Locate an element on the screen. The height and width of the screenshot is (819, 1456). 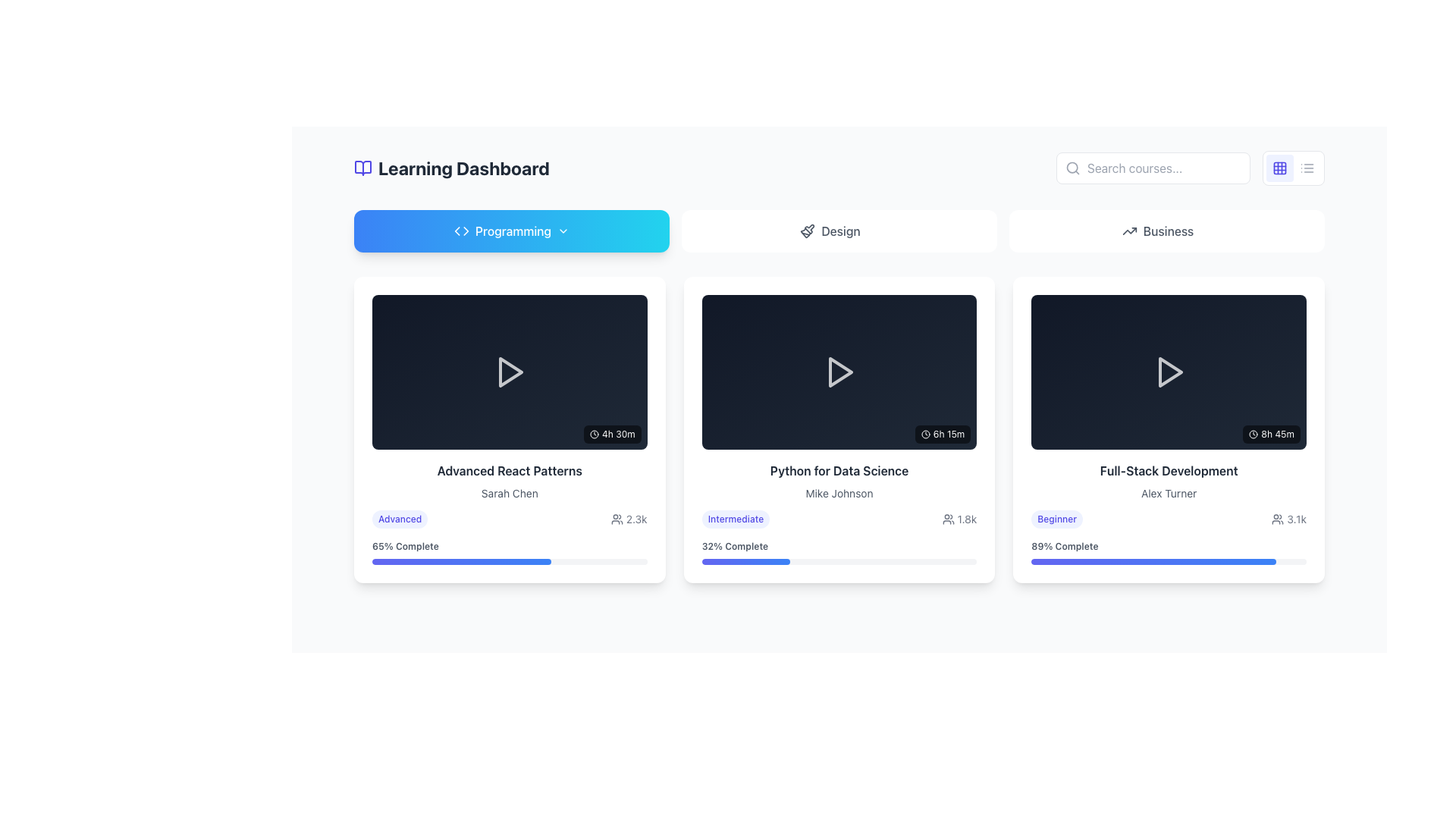
the progress indicator bar styled with a gradient transitioning from indigo to blue, located within the 'Python for Data Science' course card, below the '32% Complete' text label is located at coordinates (745, 561).